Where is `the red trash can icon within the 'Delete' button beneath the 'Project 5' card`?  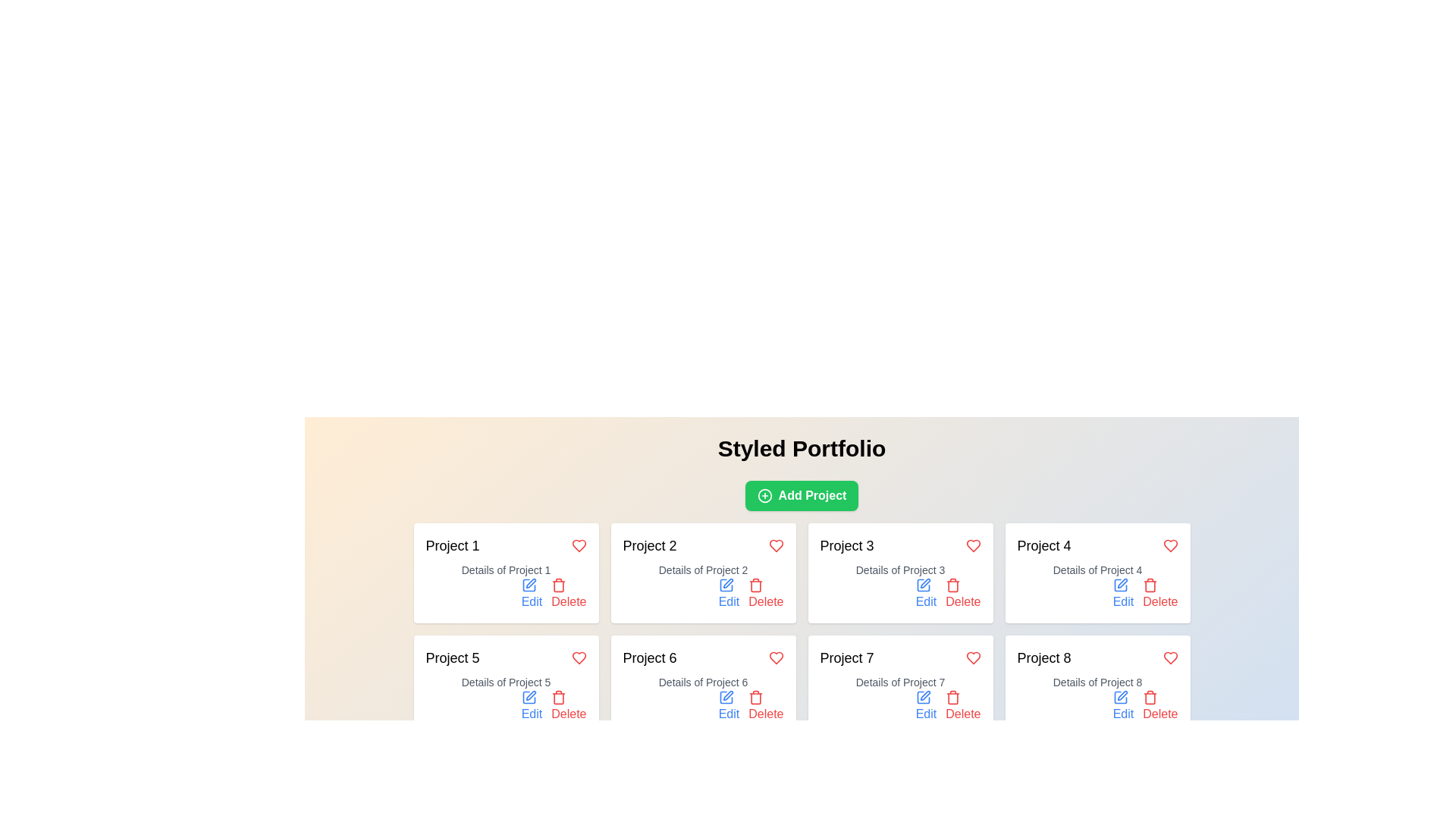 the red trash can icon within the 'Delete' button beneath the 'Project 5' card is located at coordinates (558, 698).